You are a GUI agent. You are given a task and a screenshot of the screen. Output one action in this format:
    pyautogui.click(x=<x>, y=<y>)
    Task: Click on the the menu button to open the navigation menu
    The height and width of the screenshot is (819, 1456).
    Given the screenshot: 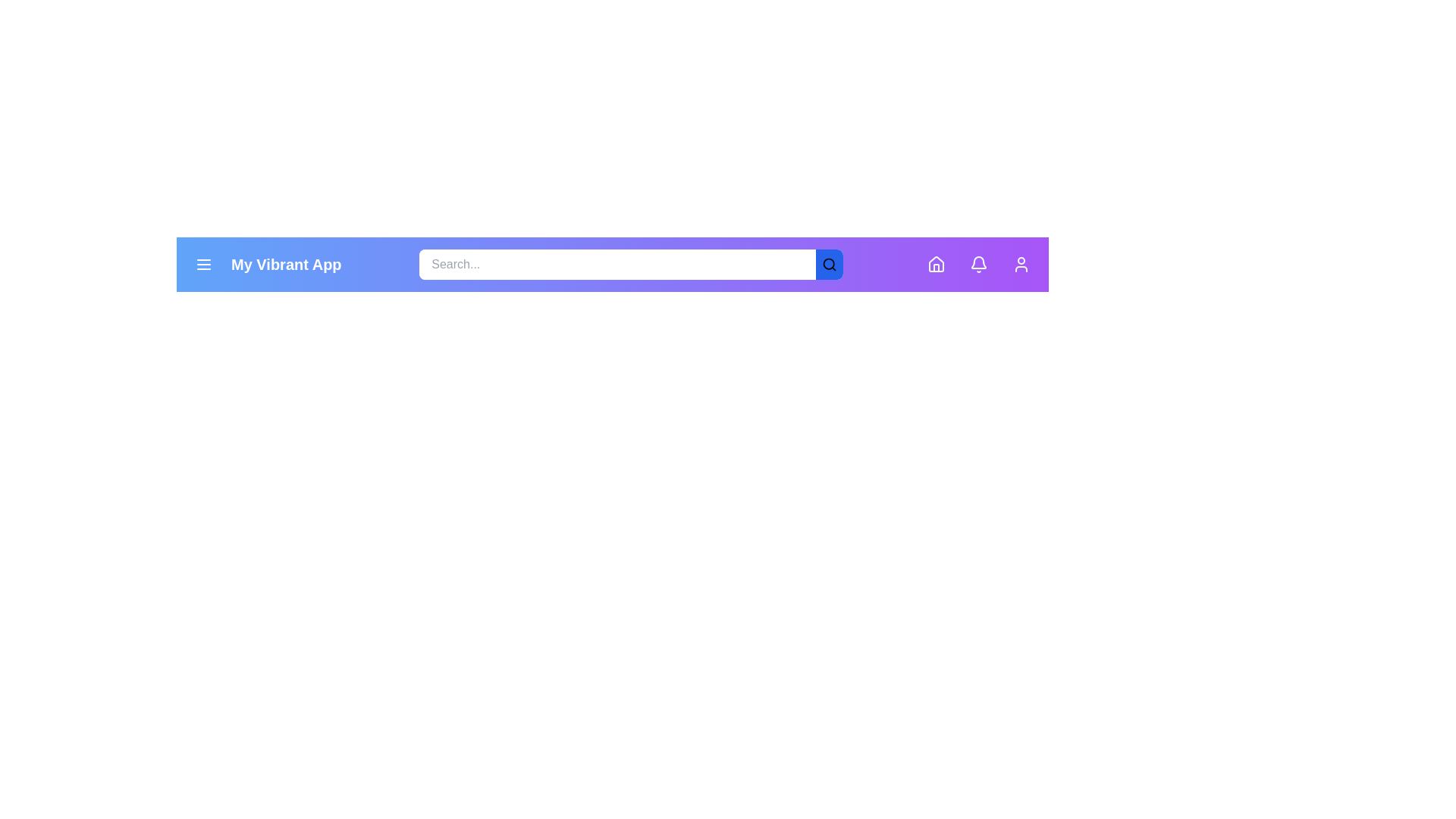 What is the action you would take?
    pyautogui.click(x=202, y=263)
    